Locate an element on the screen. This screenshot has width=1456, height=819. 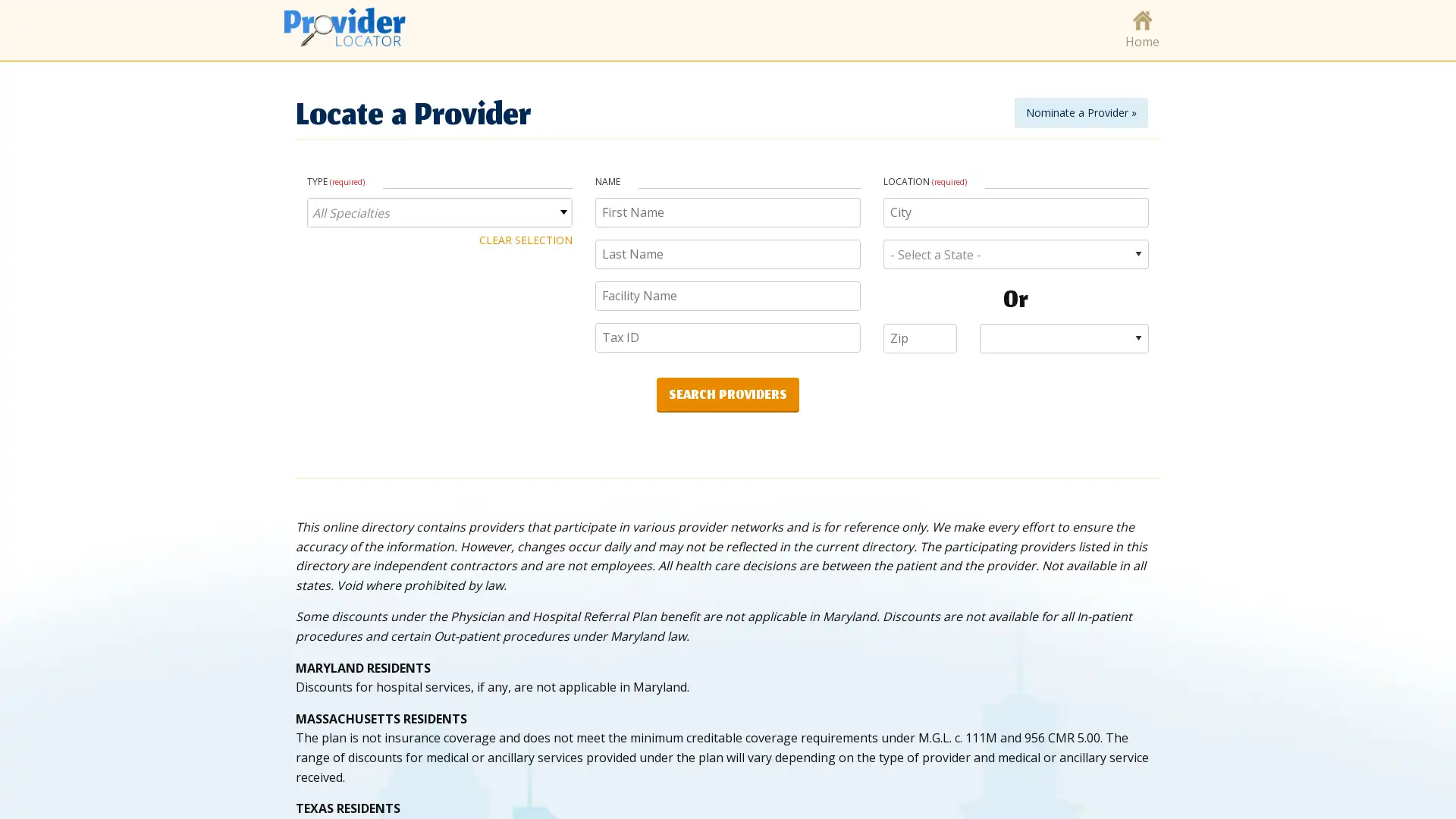
Search Providers is located at coordinates (728, 393).